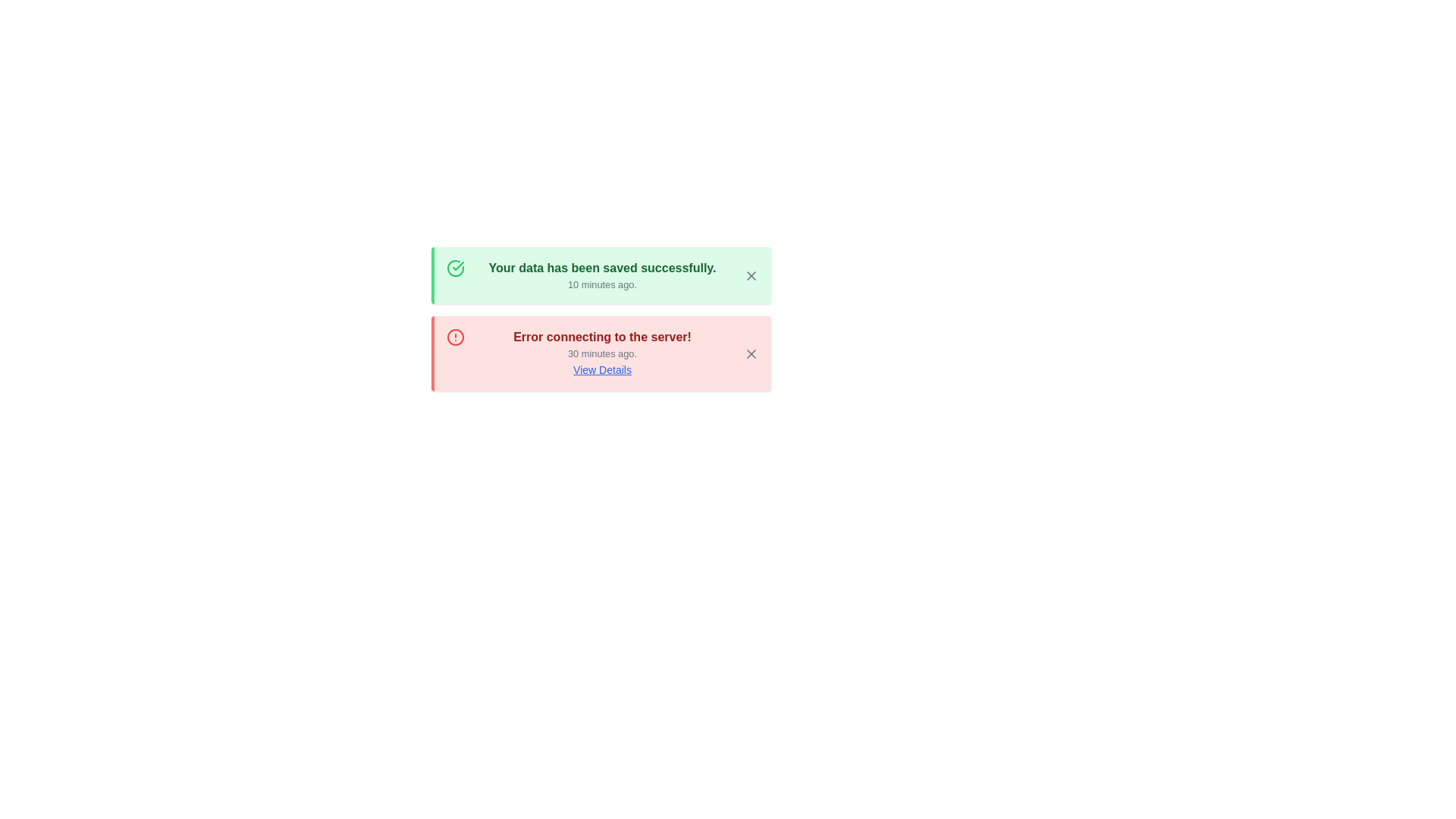  Describe the element at coordinates (751, 275) in the screenshot. I see `the Close button icon located at the top-right corner of the green notification box` at that location.